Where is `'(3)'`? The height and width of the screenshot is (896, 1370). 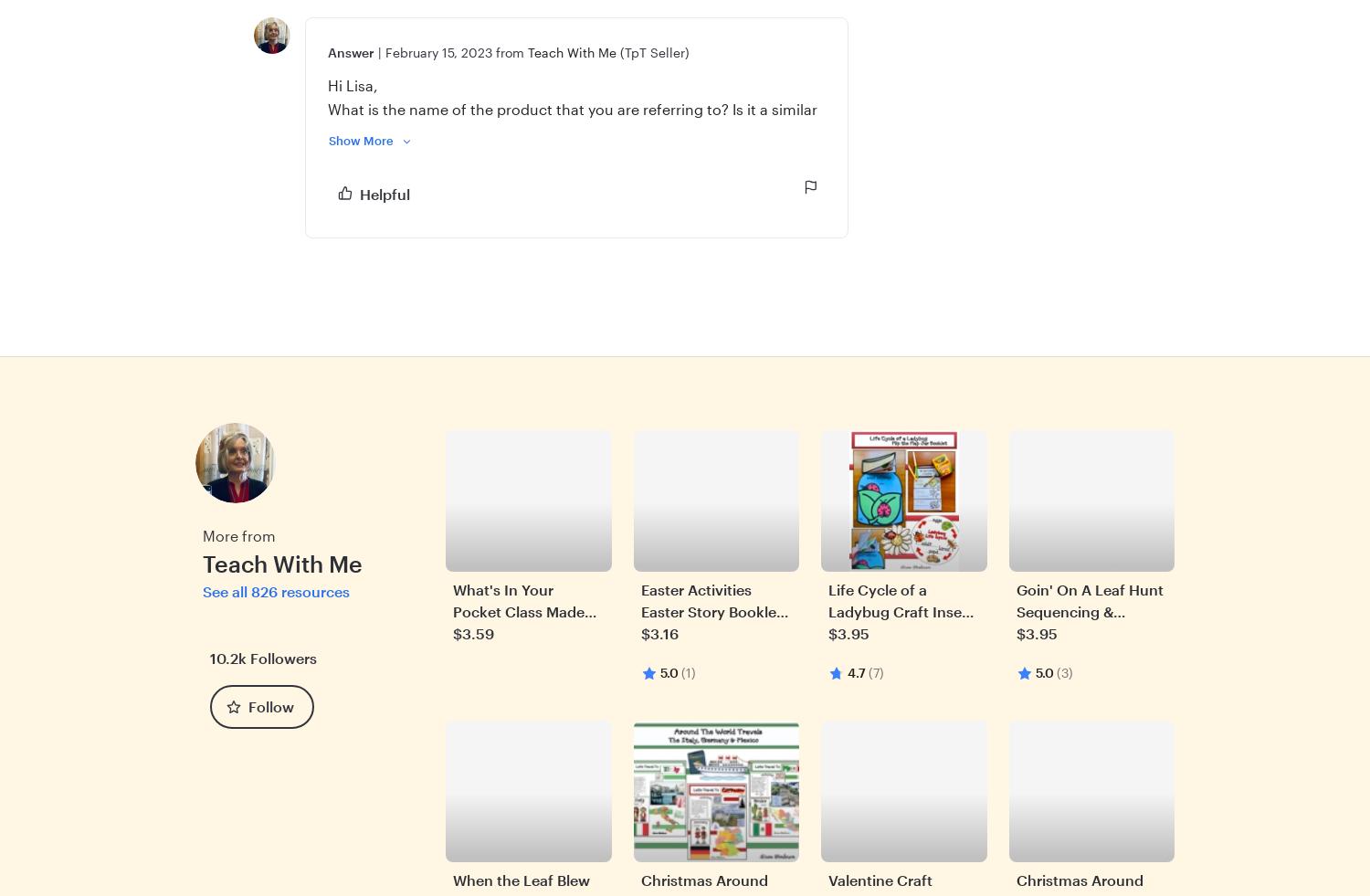 '(3)' is located at coordinates (1064, 672).